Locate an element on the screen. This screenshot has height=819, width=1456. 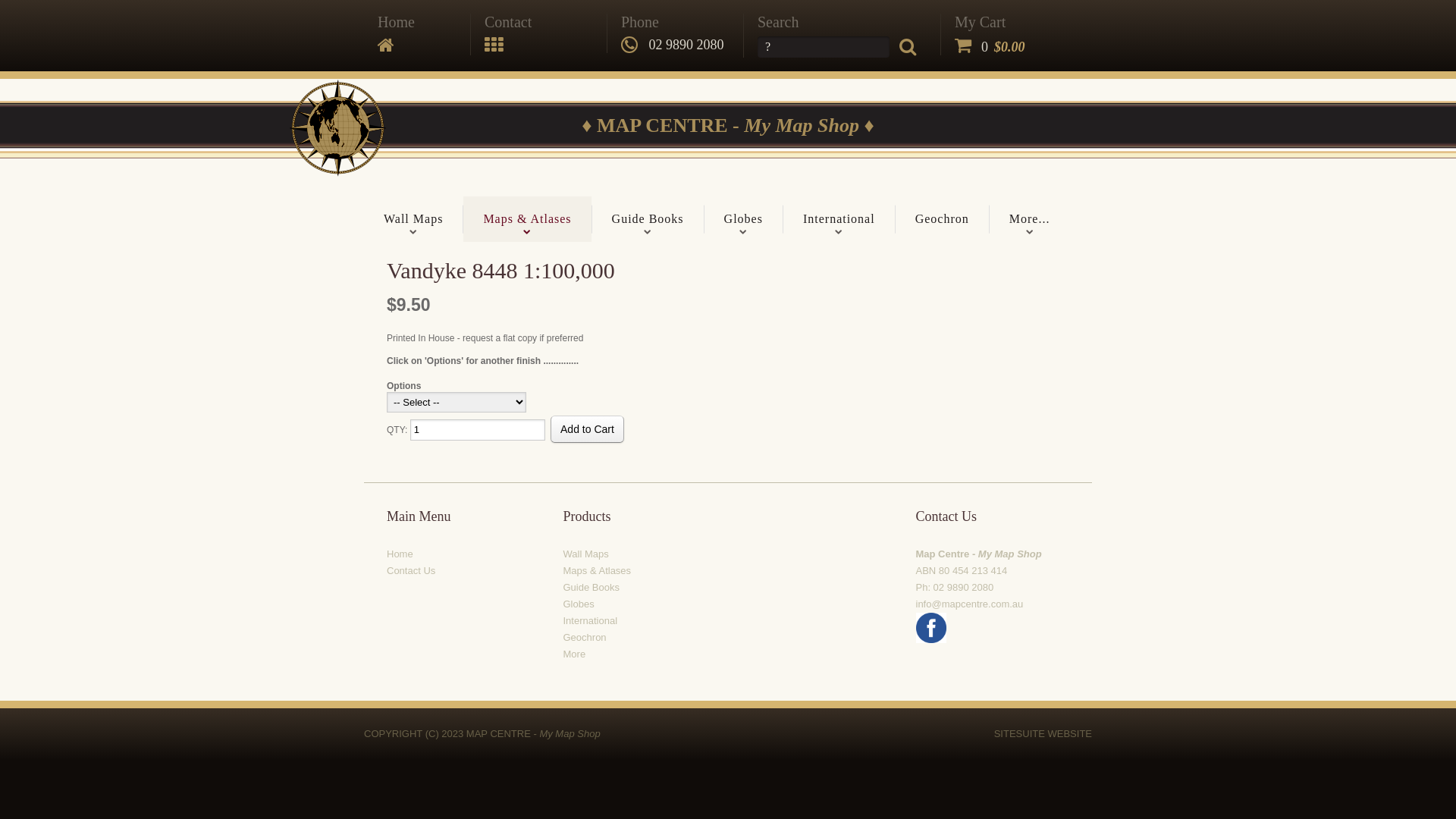
'Home' is located at coordinates (386, 554).